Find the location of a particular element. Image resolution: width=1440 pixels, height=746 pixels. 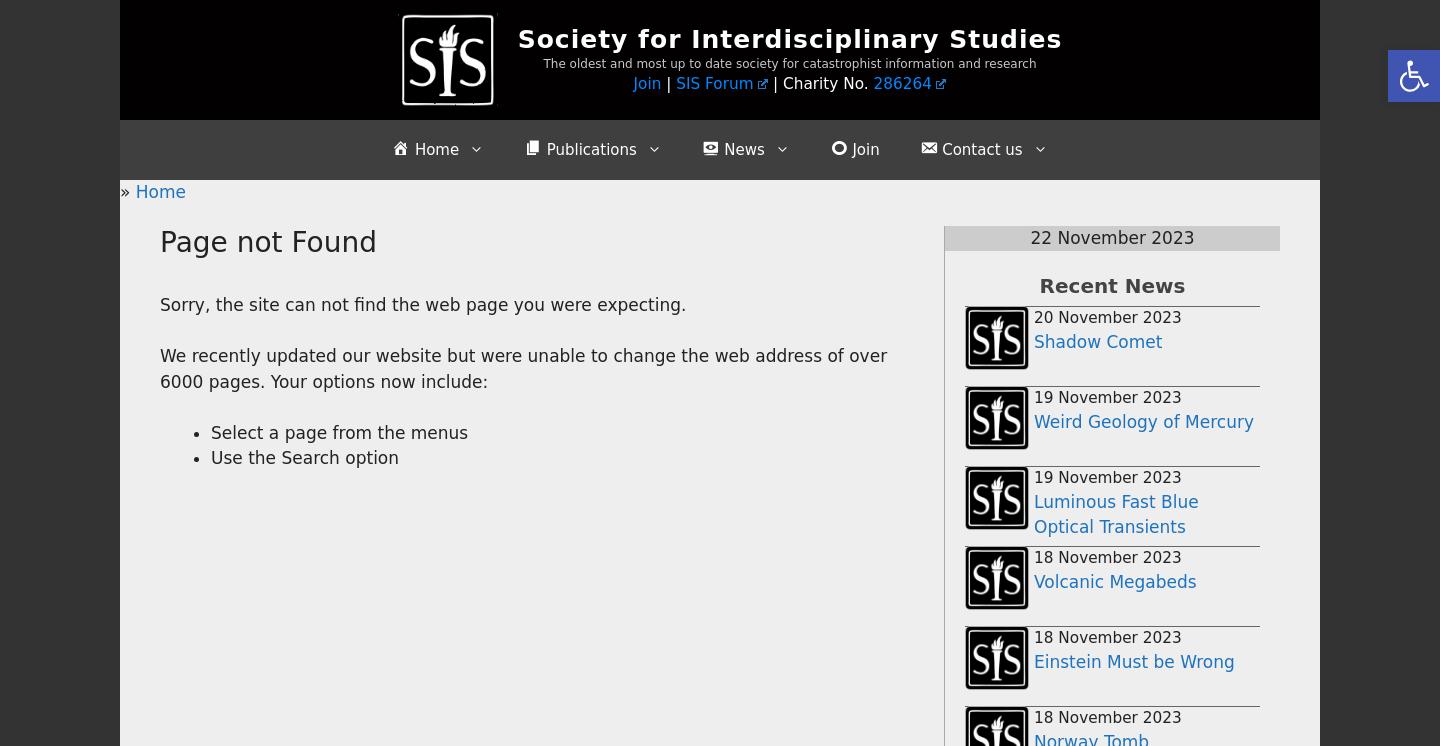

'The oldest and most up to date society for catastrophist information and research' is located at coordinates (789, 62).